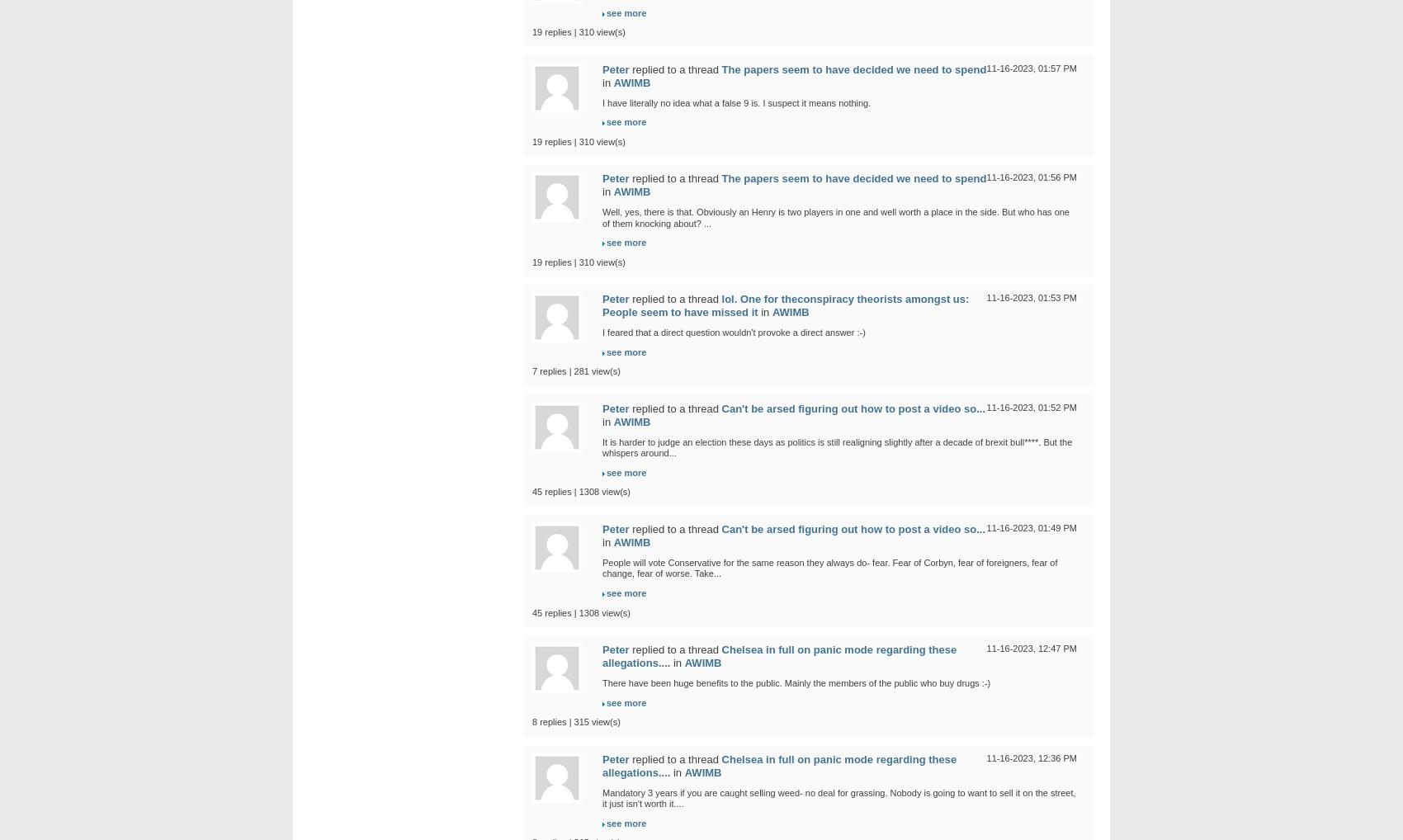  What do you see at coordinates (1056, 648) in the screenshot?
I see `'12:47 PM'` at bounding box center [1056, 648].